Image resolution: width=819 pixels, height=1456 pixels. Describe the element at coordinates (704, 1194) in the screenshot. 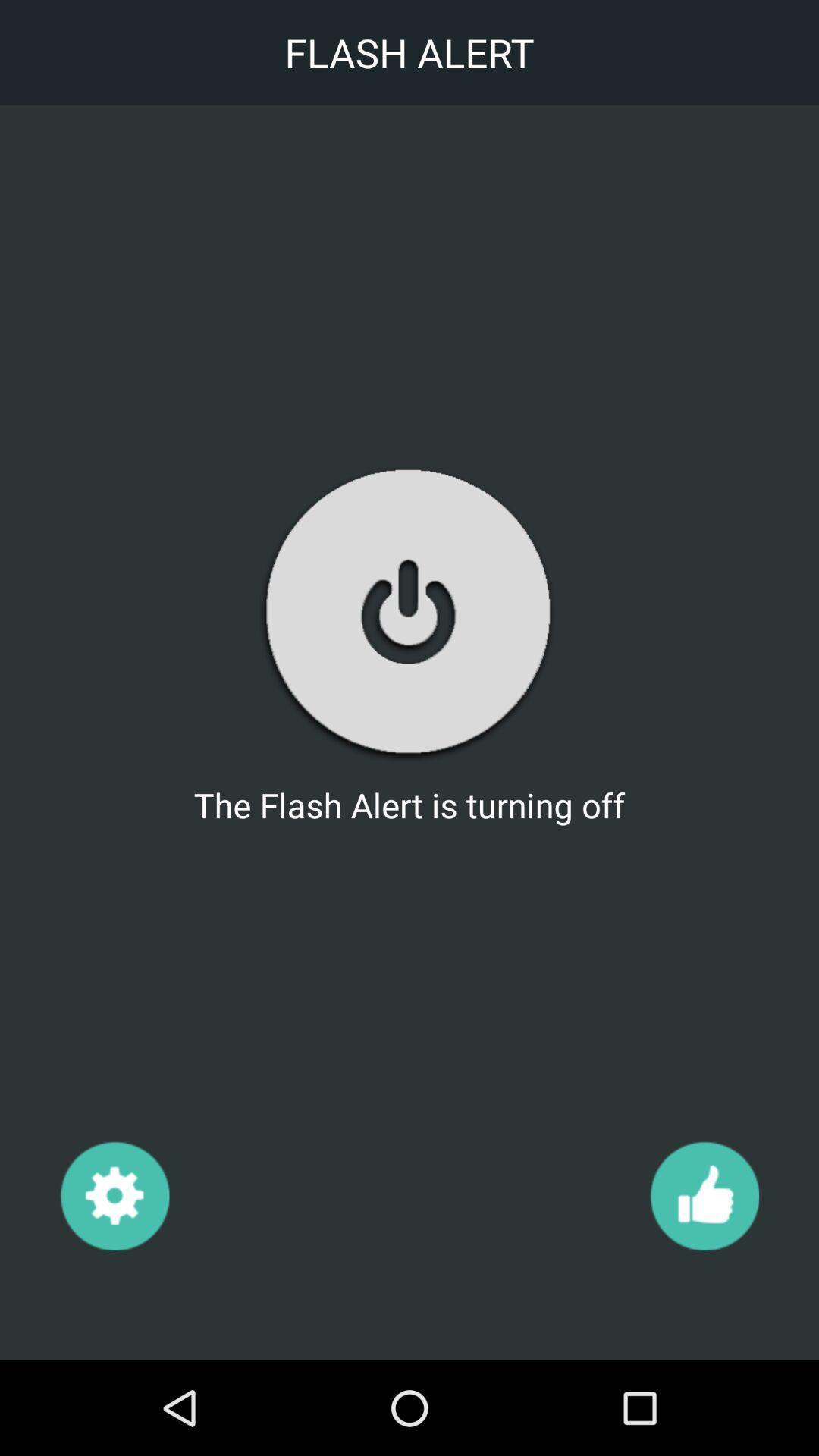

I see `icon at the bottom right corner` at that location.